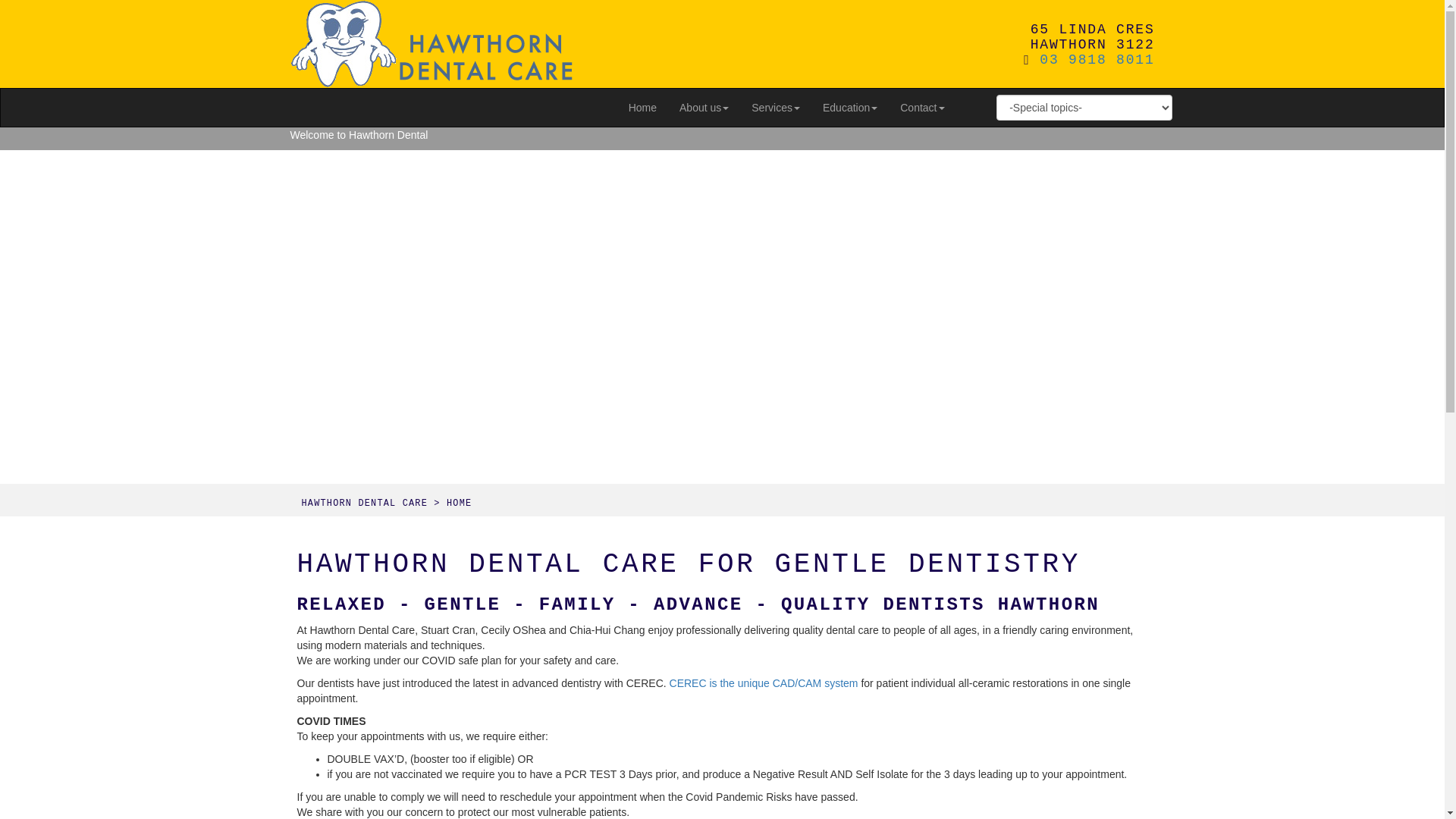  What do you see at coordinates (642, 107) in the screenshot?
I see `'Home'` at bounding box center [642, 107].